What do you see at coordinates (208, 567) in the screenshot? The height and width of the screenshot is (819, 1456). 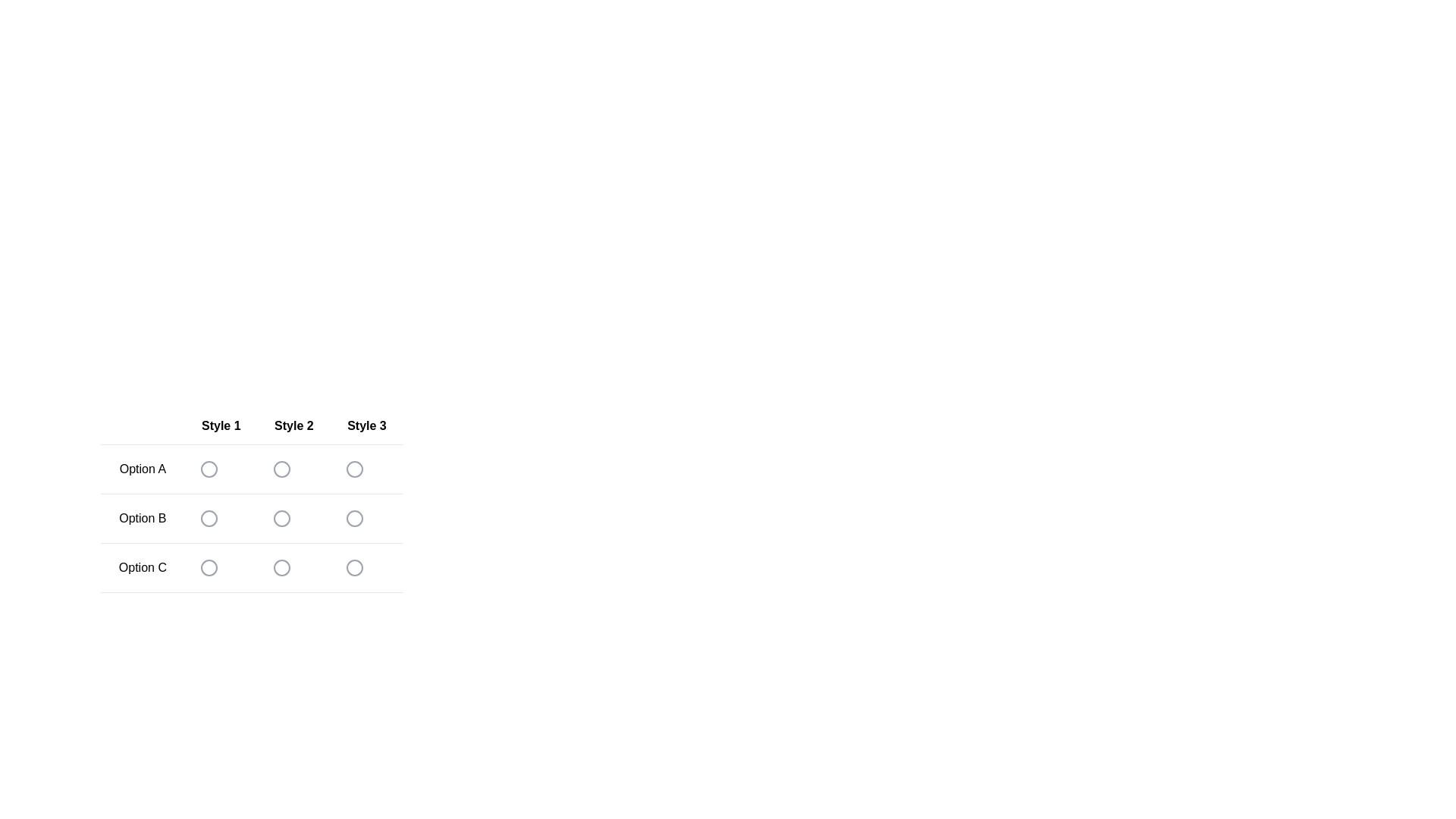 I see `the selectable circular option for 'Style 1' under 'Option C'` at bounding box center [208, 567].